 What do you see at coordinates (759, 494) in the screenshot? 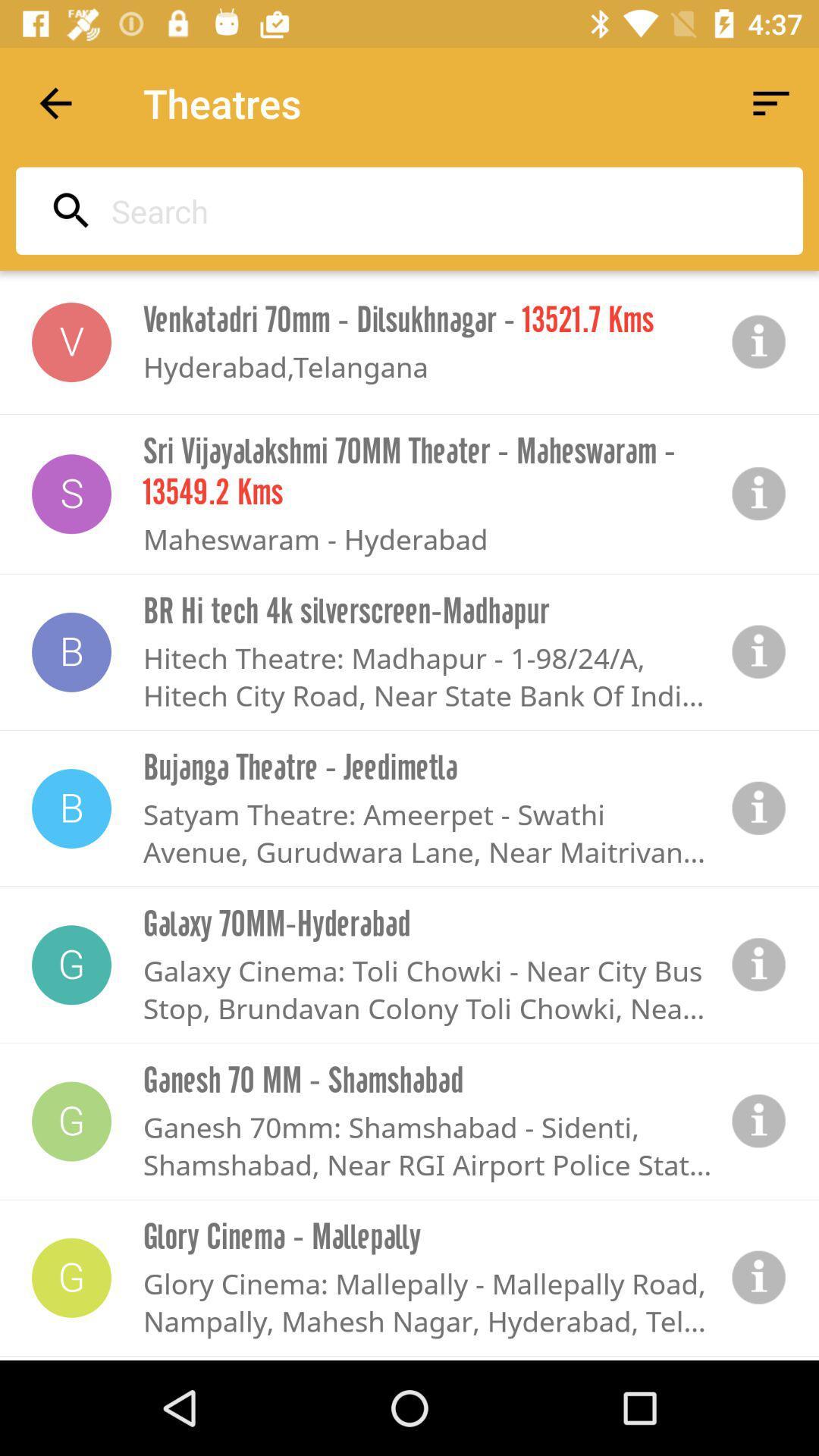
I see `information icon it will show additional information or how to share` at bounding box center [759, 494].